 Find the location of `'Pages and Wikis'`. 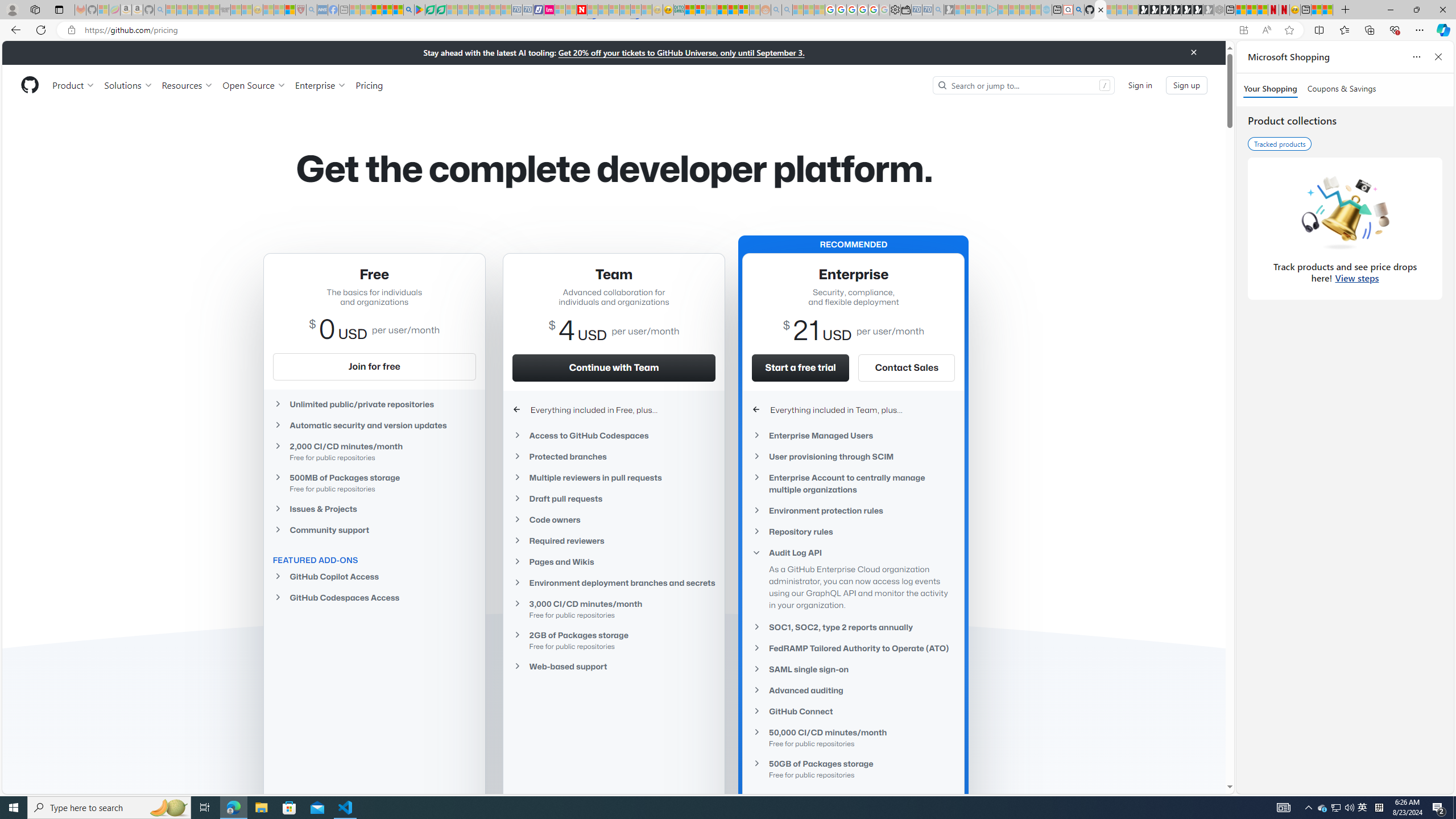

'Pages and Wikis' is located at coordinates (614, 561).